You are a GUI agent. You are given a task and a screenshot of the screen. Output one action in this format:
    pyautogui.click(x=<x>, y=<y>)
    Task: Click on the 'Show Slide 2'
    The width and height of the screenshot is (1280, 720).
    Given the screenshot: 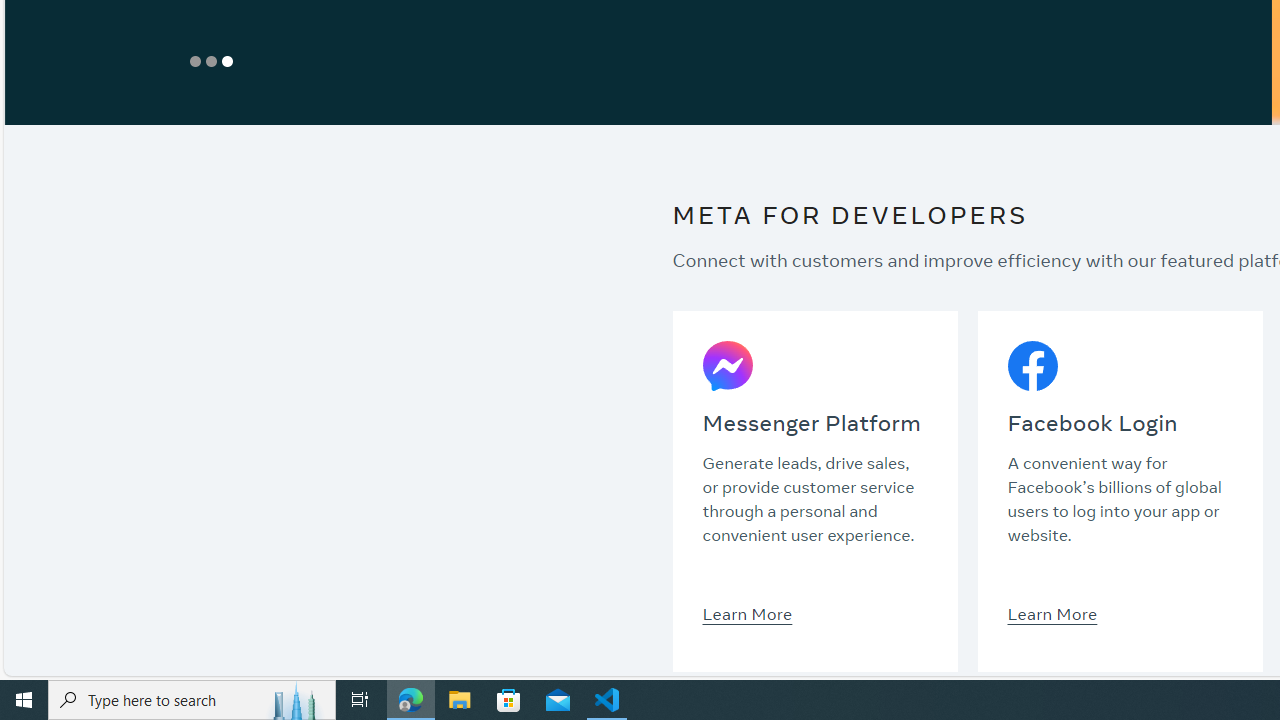 What is the action you would take?
    pyautogui.click(x=211, y=60)
    